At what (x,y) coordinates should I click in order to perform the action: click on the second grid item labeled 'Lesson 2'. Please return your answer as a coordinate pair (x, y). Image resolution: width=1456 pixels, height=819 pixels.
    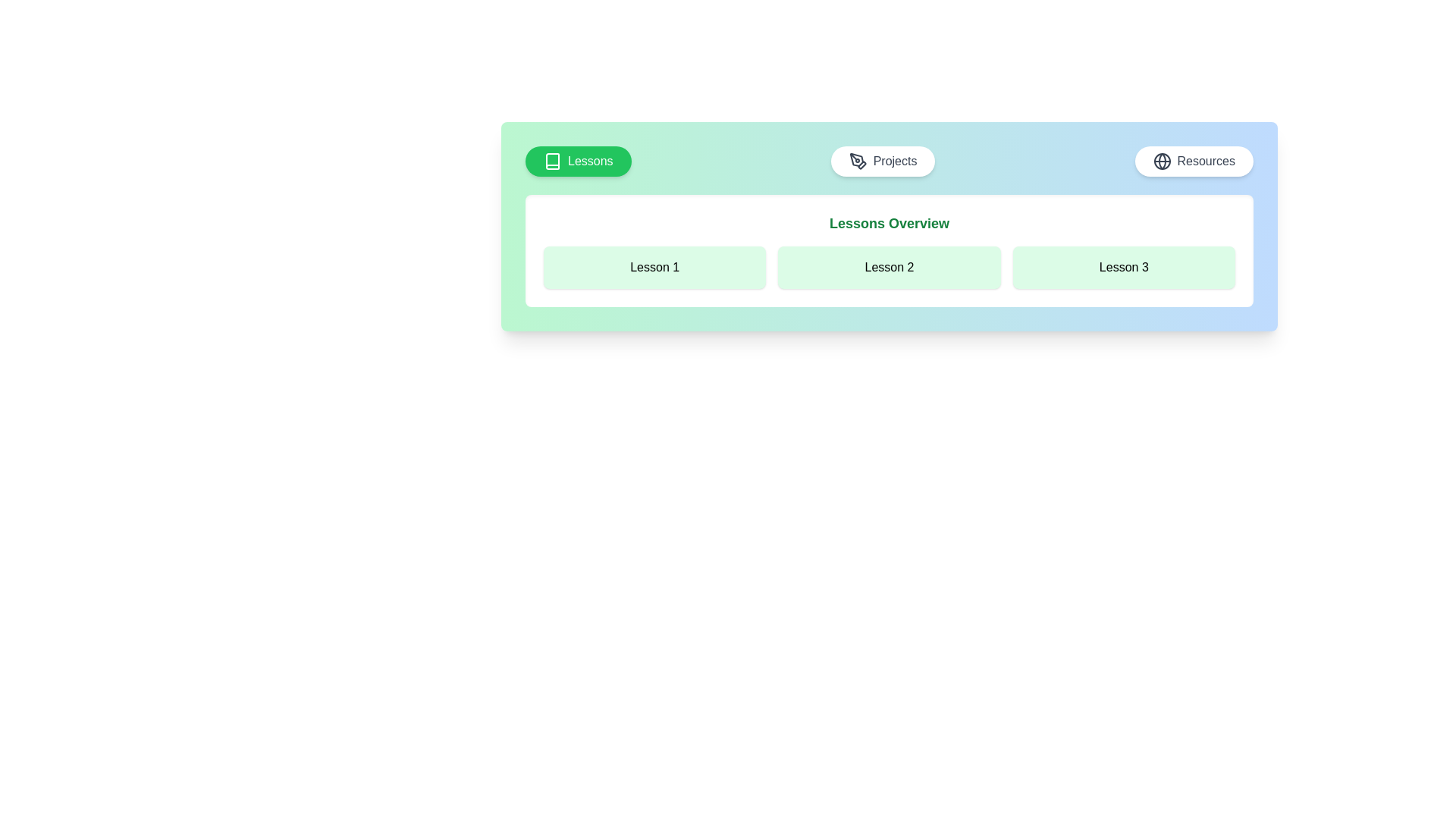
    Looking at the image, I should click on (889, 267).